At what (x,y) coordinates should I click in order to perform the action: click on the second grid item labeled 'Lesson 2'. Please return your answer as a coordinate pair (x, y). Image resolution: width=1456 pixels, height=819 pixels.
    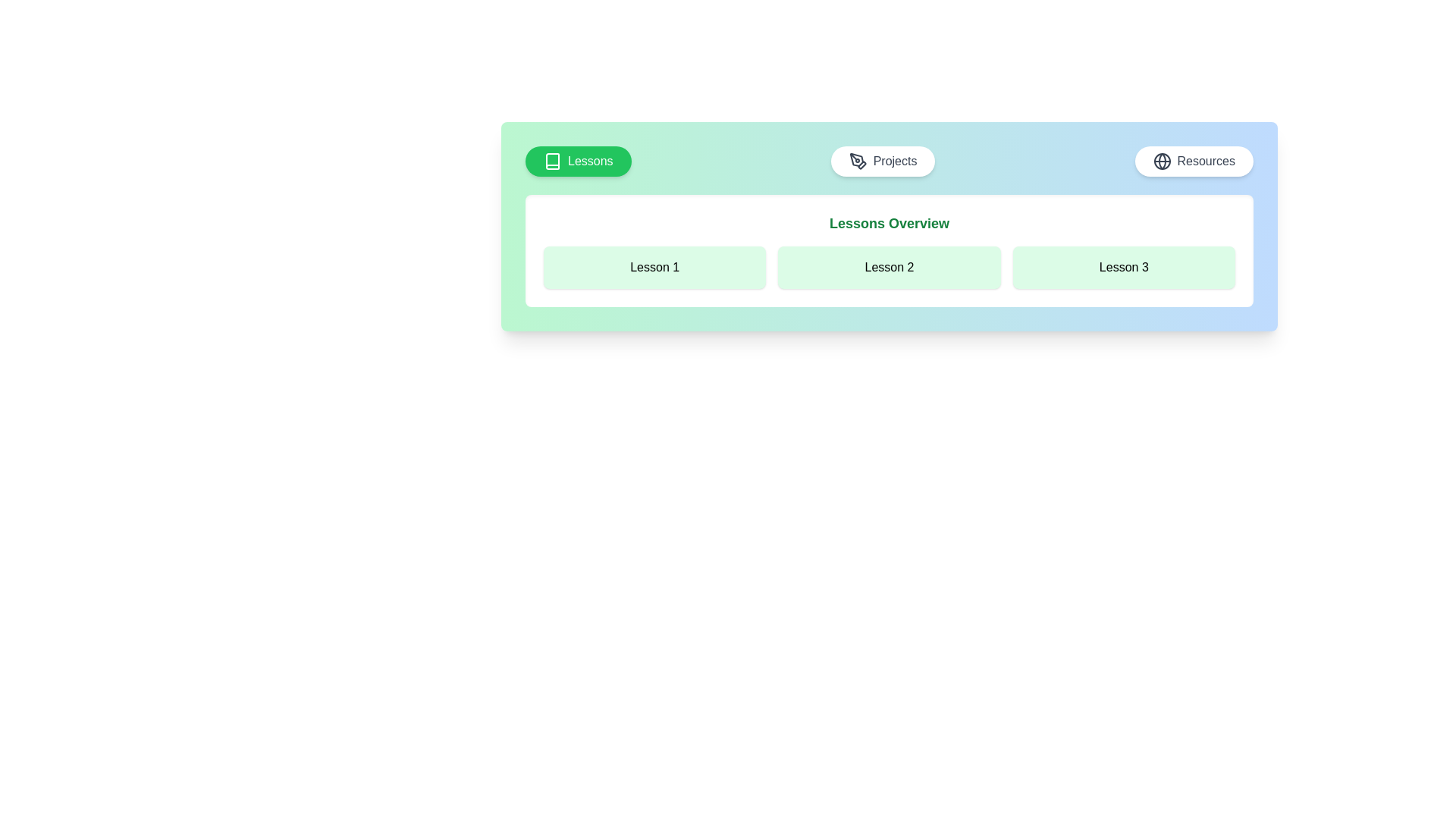
    Looking at the image, I should click on (889, 267).